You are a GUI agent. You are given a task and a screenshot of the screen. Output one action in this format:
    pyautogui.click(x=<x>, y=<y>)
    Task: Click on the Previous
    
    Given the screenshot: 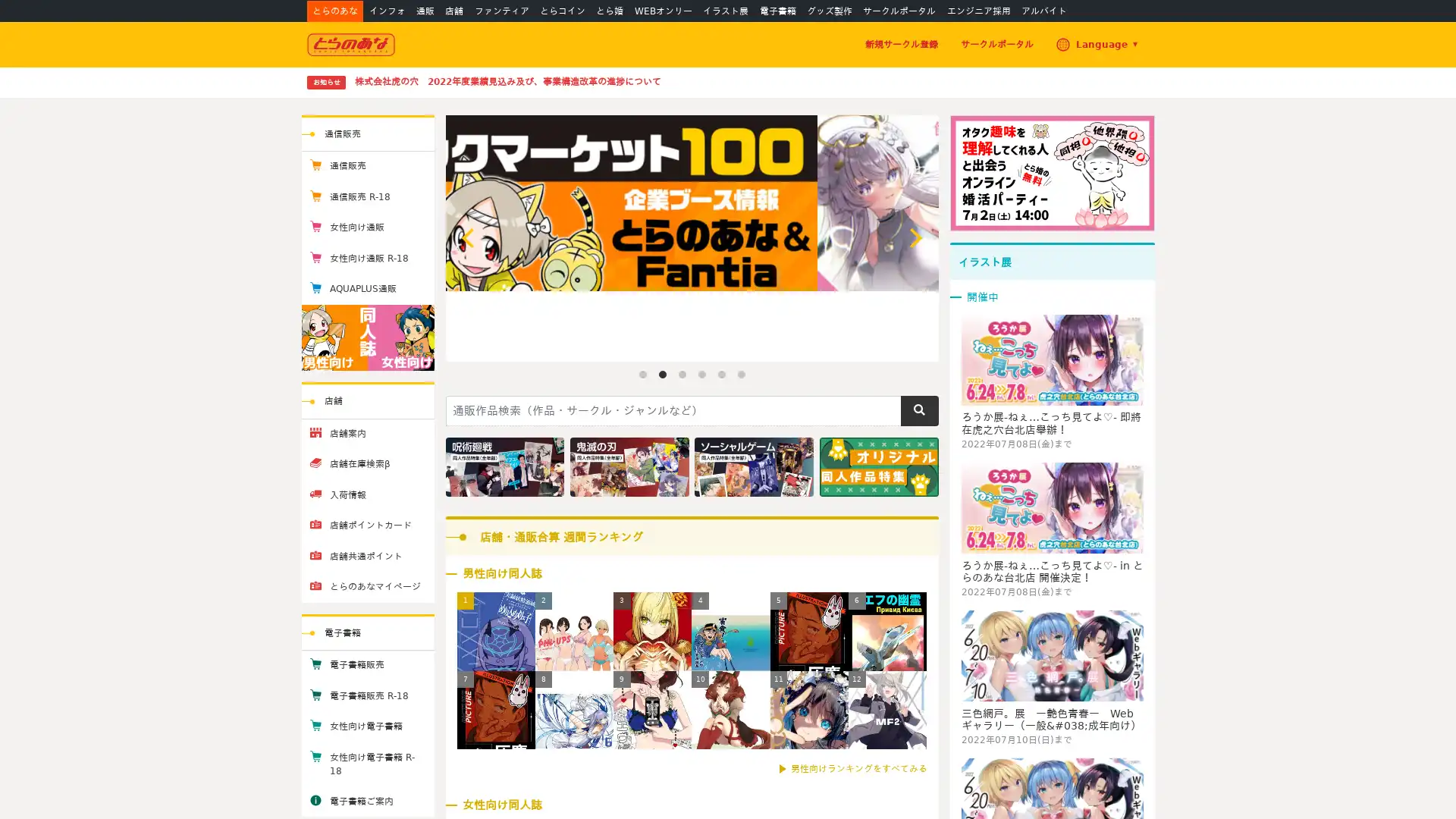 What is the action you would take?
    pyautogui.click(x=469, y=237)
    